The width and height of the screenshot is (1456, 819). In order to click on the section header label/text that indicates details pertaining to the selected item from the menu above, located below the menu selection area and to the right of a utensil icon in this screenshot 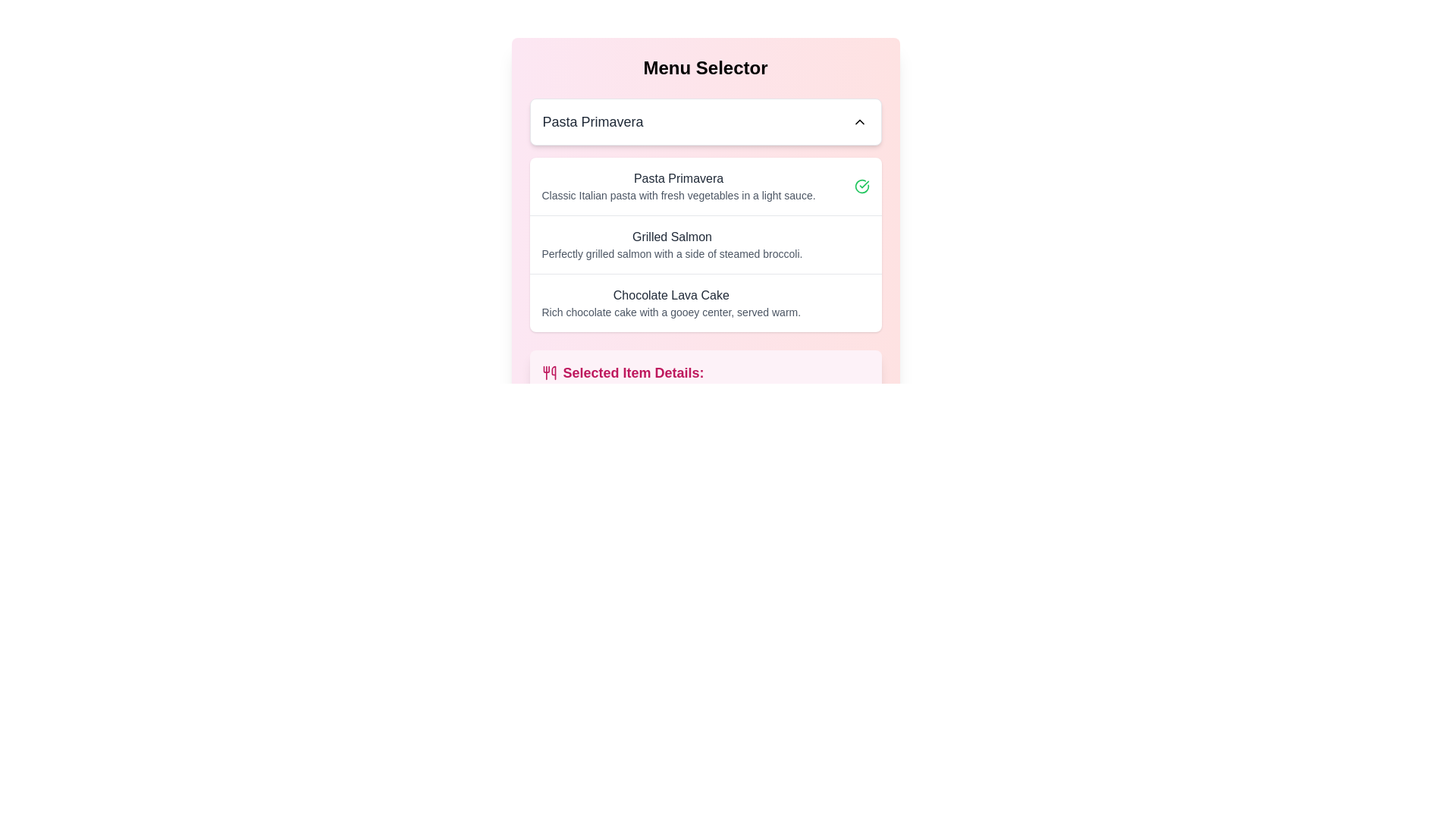, I will do `click(633, 373)`.